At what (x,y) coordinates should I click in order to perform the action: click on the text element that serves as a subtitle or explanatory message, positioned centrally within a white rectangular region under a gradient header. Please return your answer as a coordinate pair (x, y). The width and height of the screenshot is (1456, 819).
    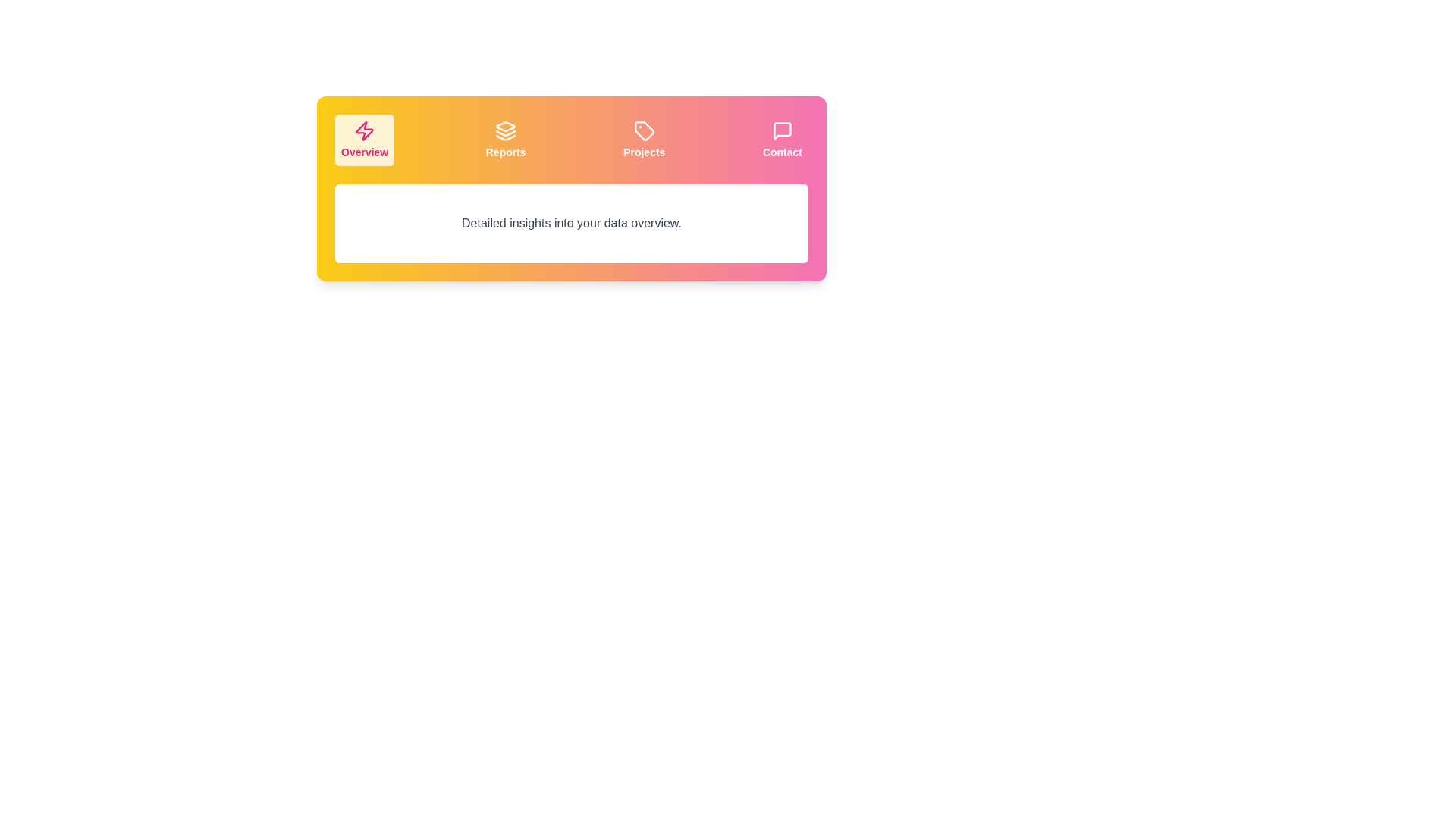
    Looking at the image, I should click on (570, 223).